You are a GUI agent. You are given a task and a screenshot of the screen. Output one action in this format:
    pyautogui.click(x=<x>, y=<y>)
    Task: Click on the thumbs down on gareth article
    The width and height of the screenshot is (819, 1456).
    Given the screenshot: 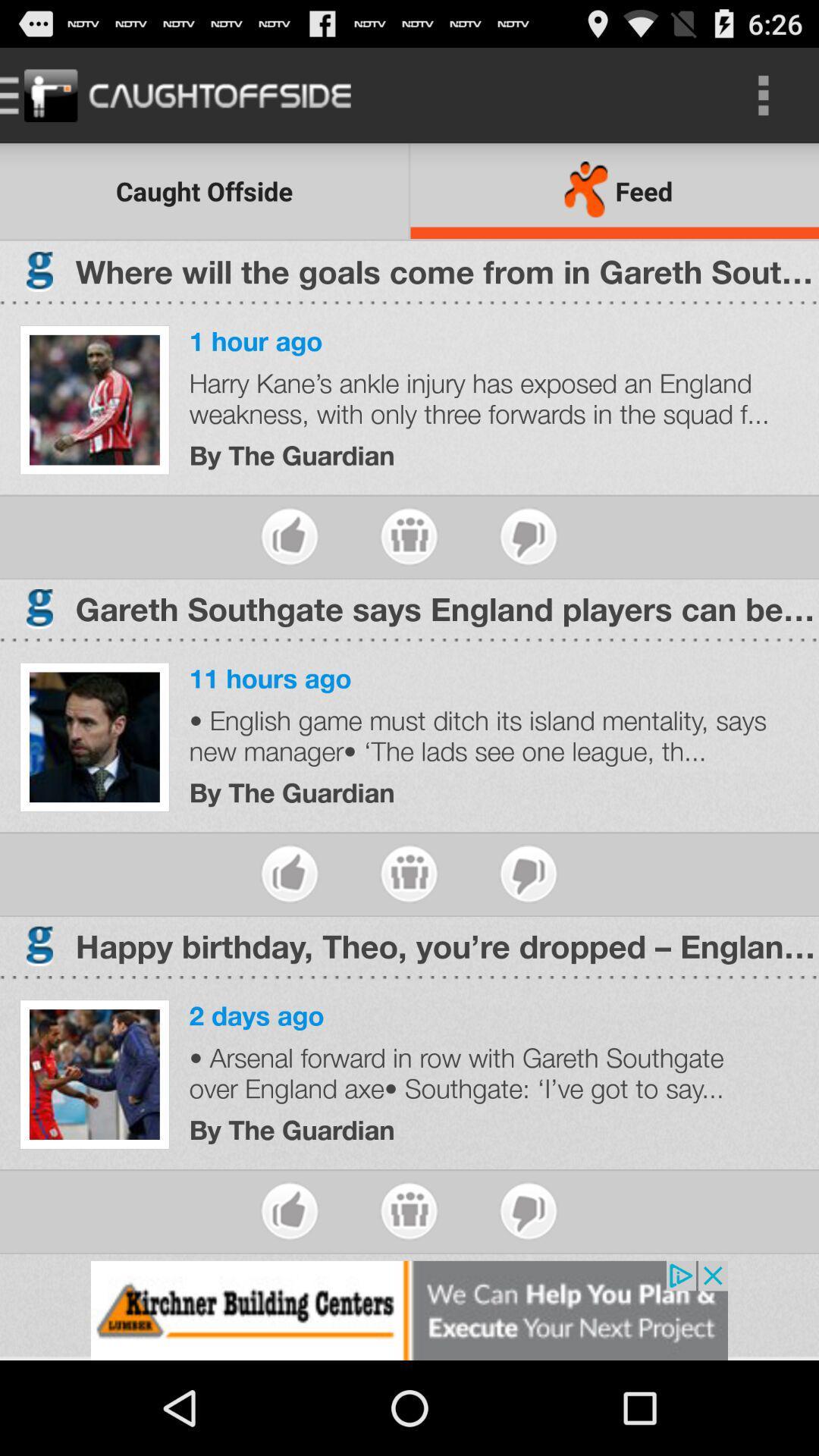 What is the action you would take?
    pyautogui.click(x=528, y=874)
    